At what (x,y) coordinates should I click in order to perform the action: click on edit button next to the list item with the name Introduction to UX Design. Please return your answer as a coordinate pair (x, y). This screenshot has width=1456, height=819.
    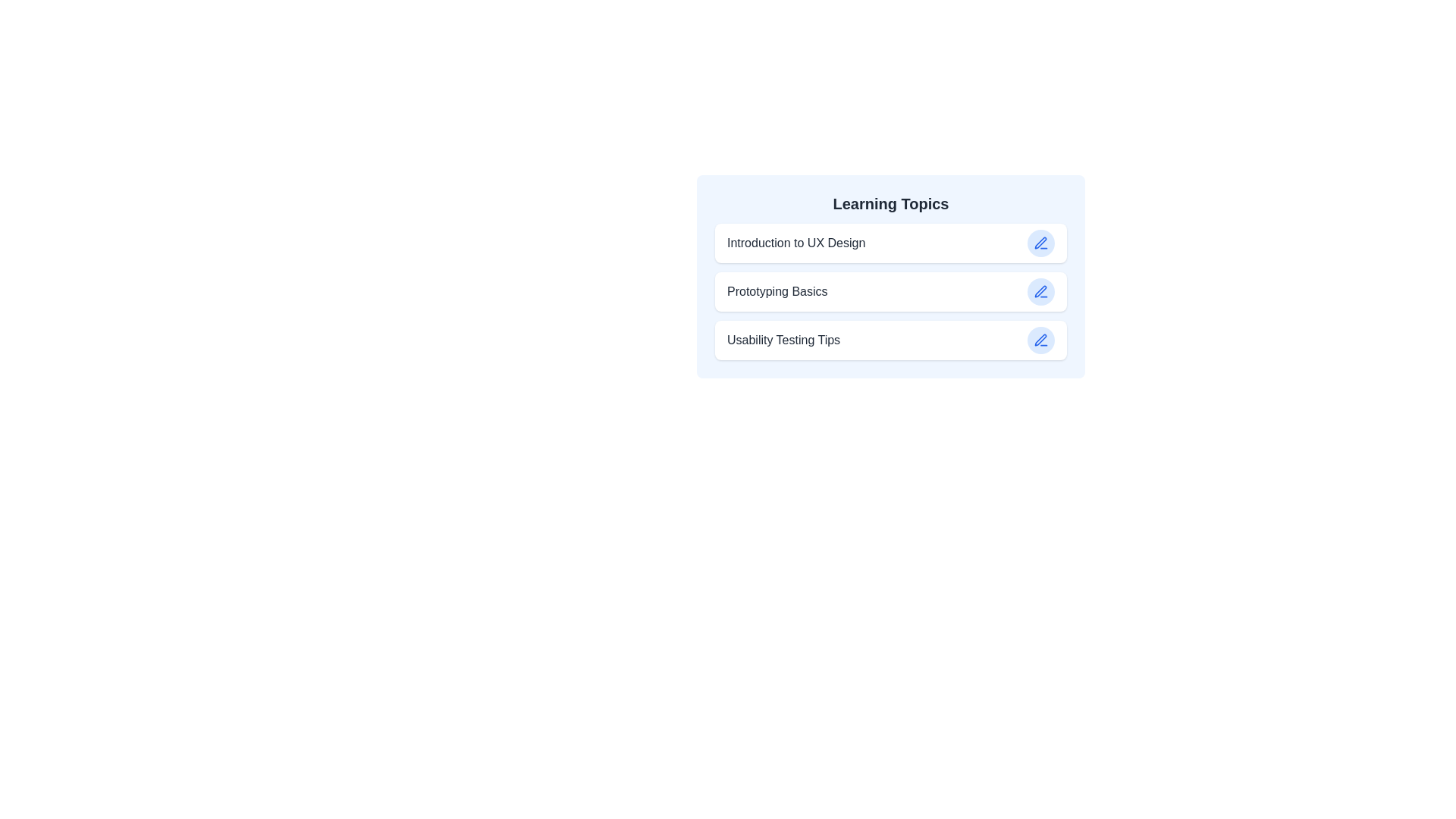
    Looking at the image, I should click on (1040, 242).